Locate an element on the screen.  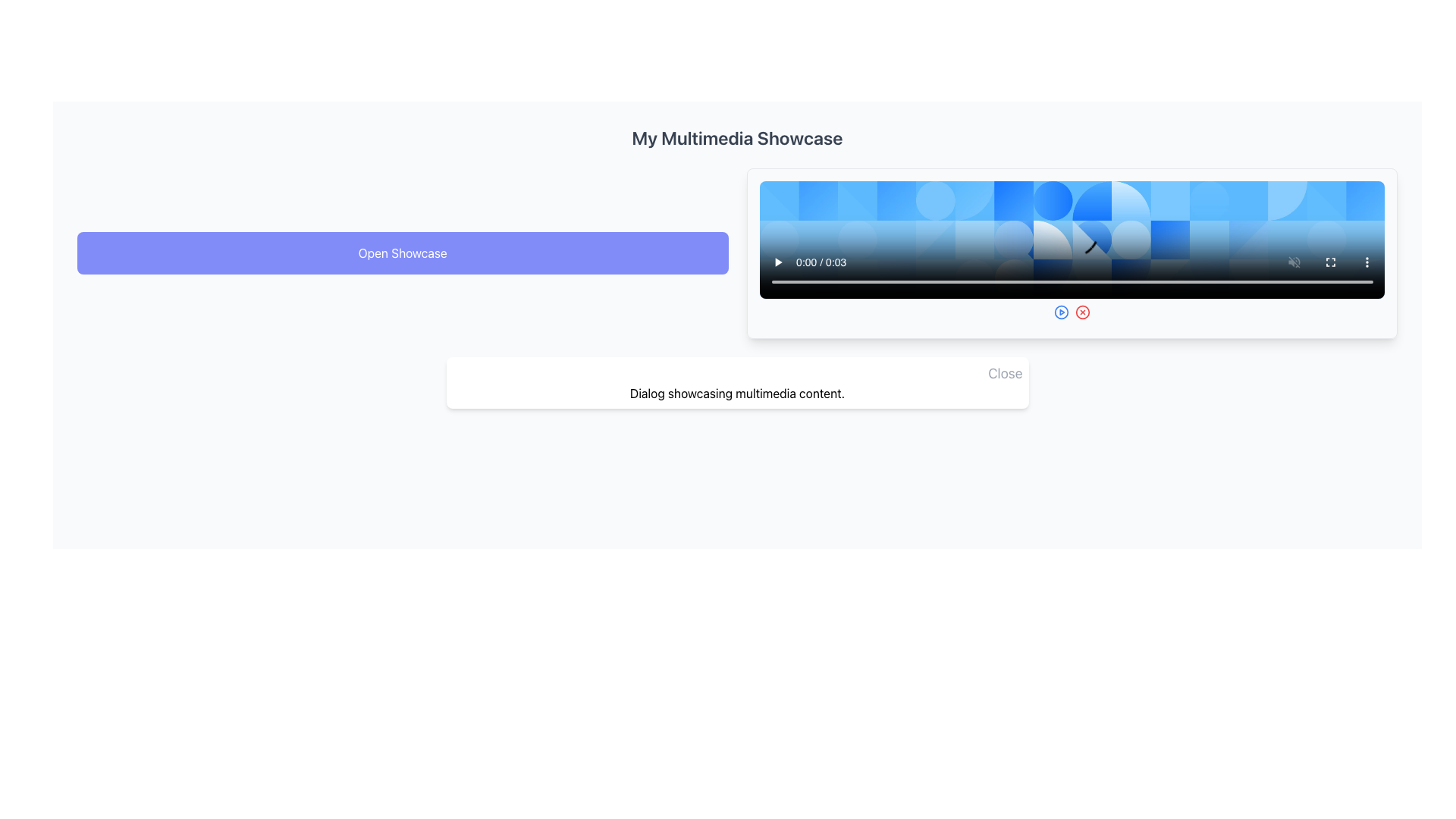
the decorative circular shape that is part of a larger media-related icon in the top-right area of the layout is located at coordinates (1060, 311).